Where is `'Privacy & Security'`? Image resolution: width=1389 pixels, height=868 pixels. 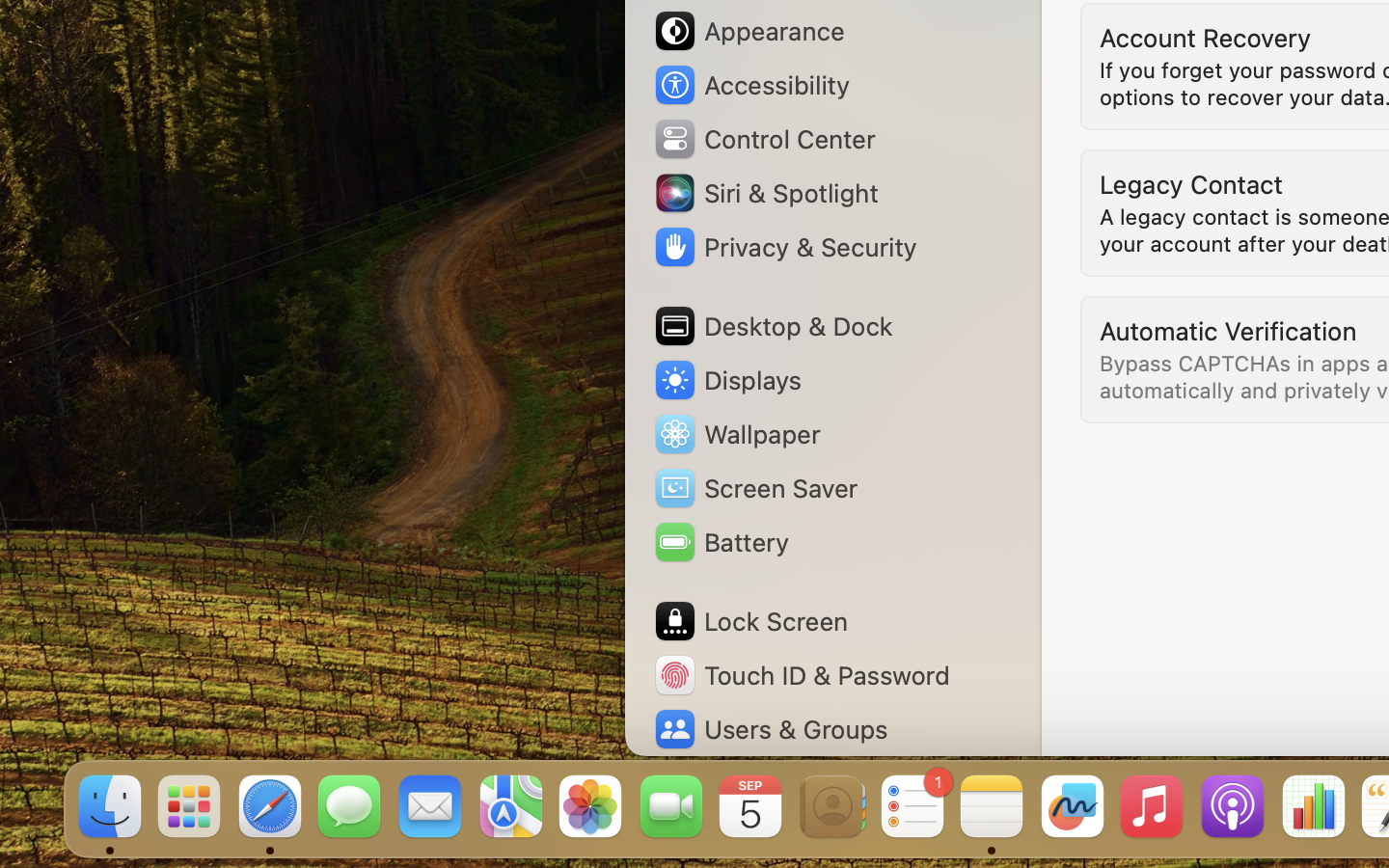
'Privacy & Security' is located at coordinates (784, 245).